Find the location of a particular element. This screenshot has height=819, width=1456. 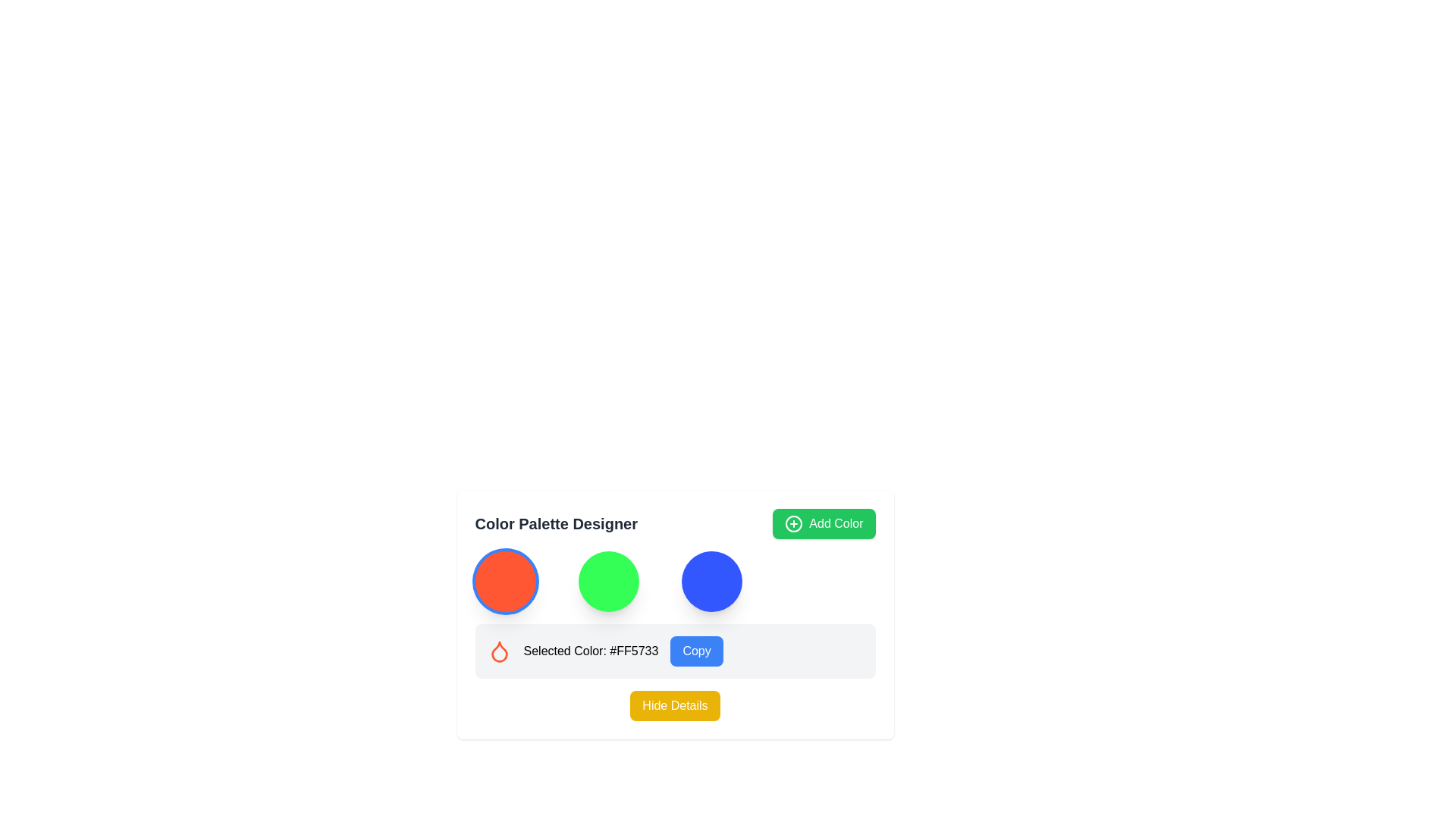

the button at the rightmost end of the row that allows the user to copy the currently displayed color code is located at coordinates (696, 651).